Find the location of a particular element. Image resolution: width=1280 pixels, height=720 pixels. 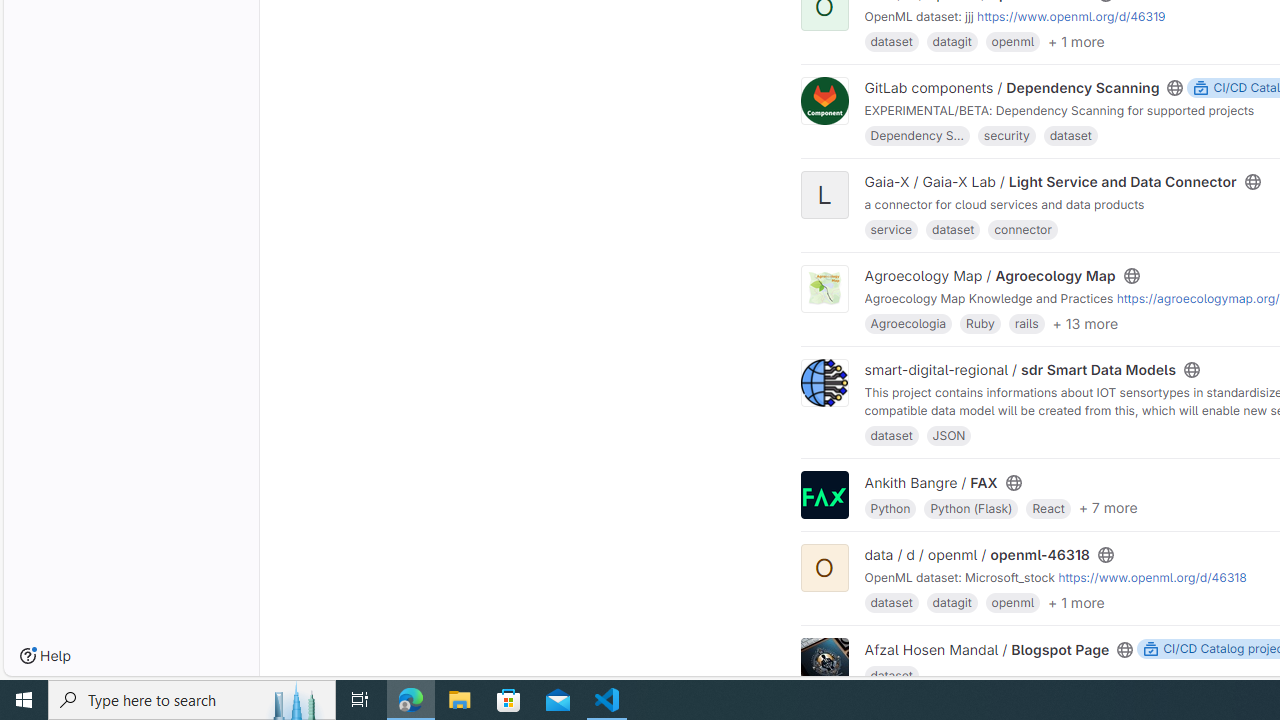

'Class: s16' is located at coordinates (1125, 649).